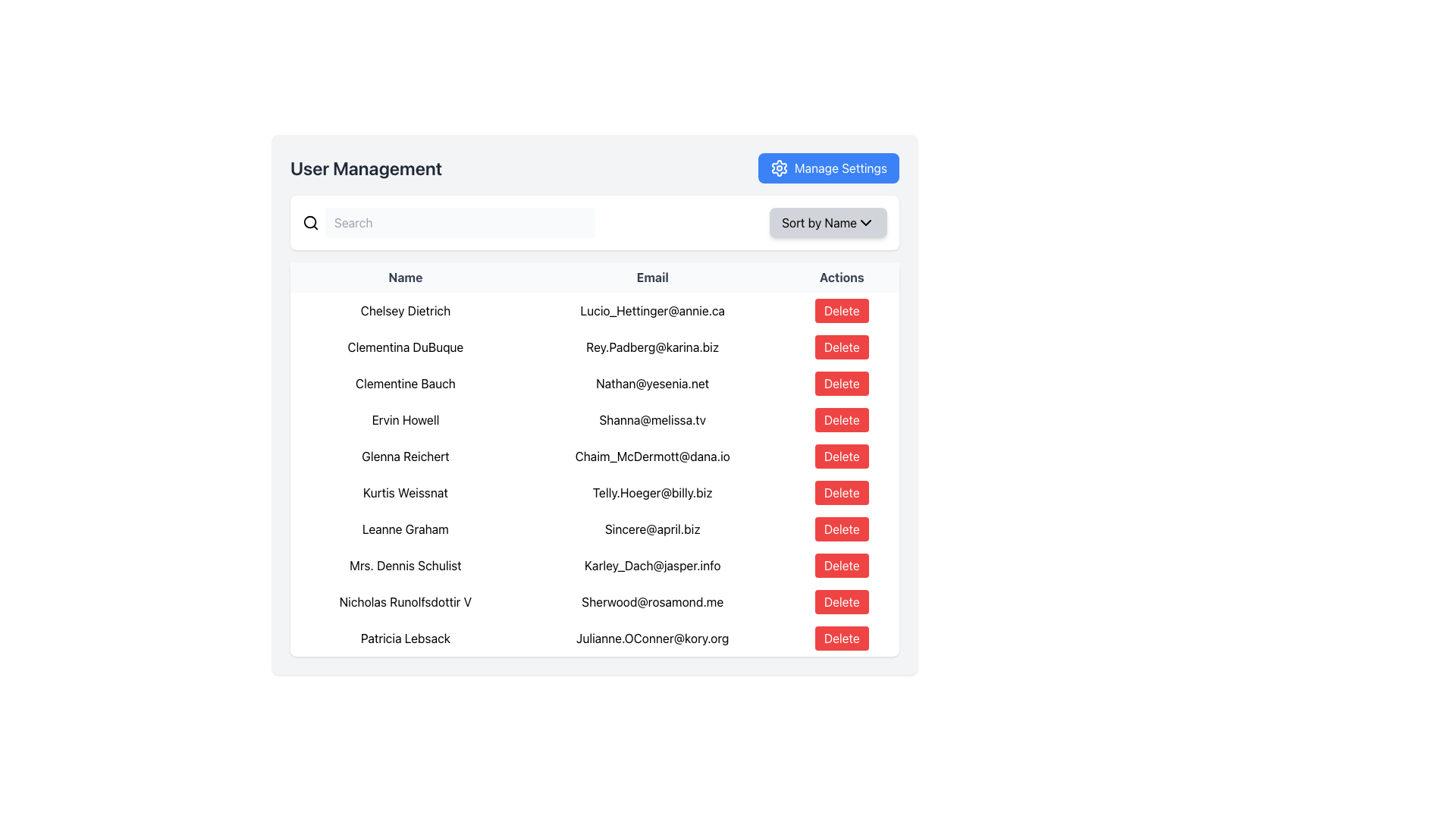 Image resolution: width=1456 pixels, height=819 pixels. What do you see at coordinates (652, 638) in the screenshot?
I see `the email address 'Julianne.OConner@kory.org' located in the 'Email' column of the last row in the User Management section, which is positioned between the name 'Patricia Lebsack' and a 'Delete' button` at bounding box center [652, 638].